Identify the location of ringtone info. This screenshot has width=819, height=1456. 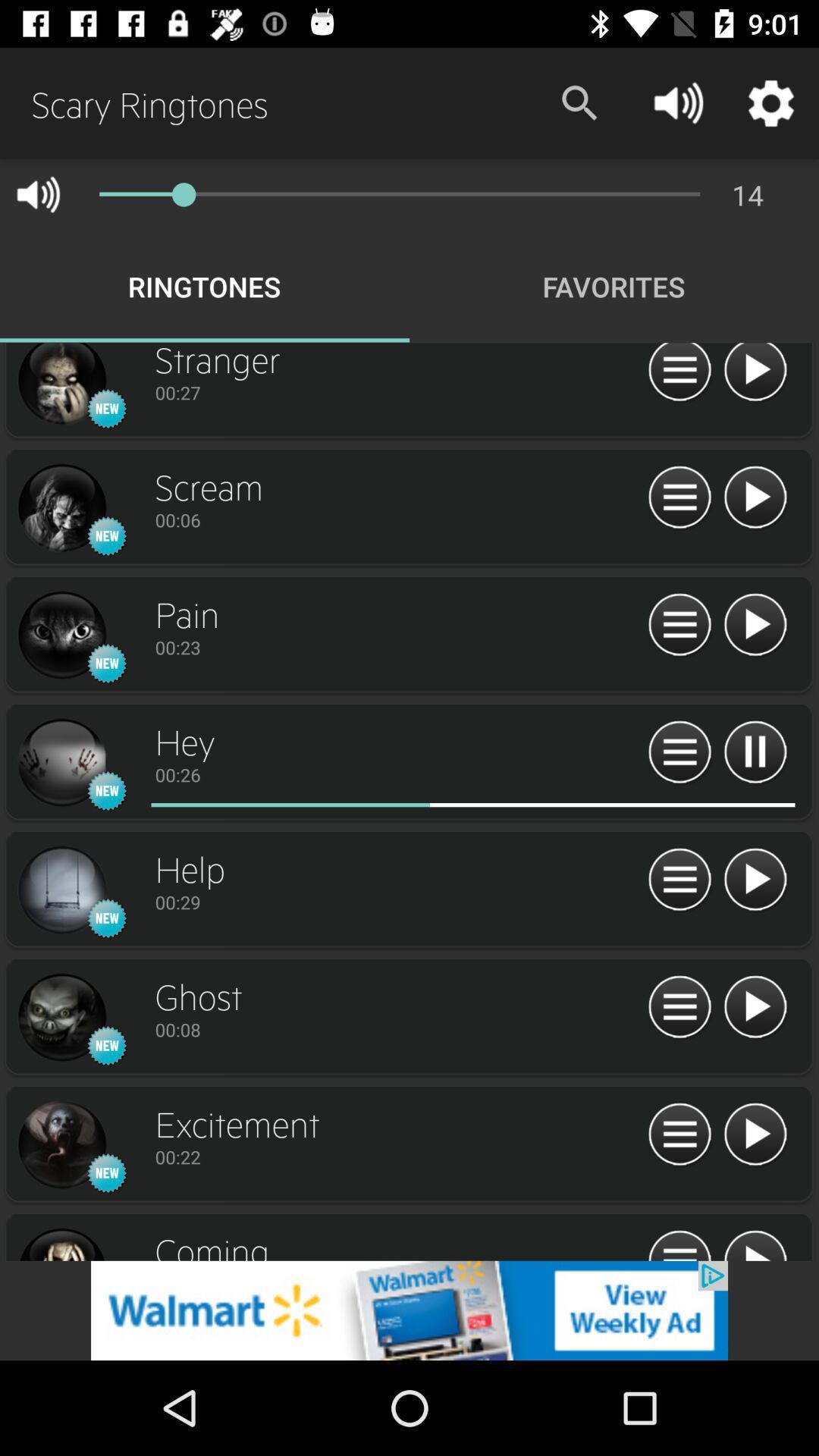
(679, 1244).